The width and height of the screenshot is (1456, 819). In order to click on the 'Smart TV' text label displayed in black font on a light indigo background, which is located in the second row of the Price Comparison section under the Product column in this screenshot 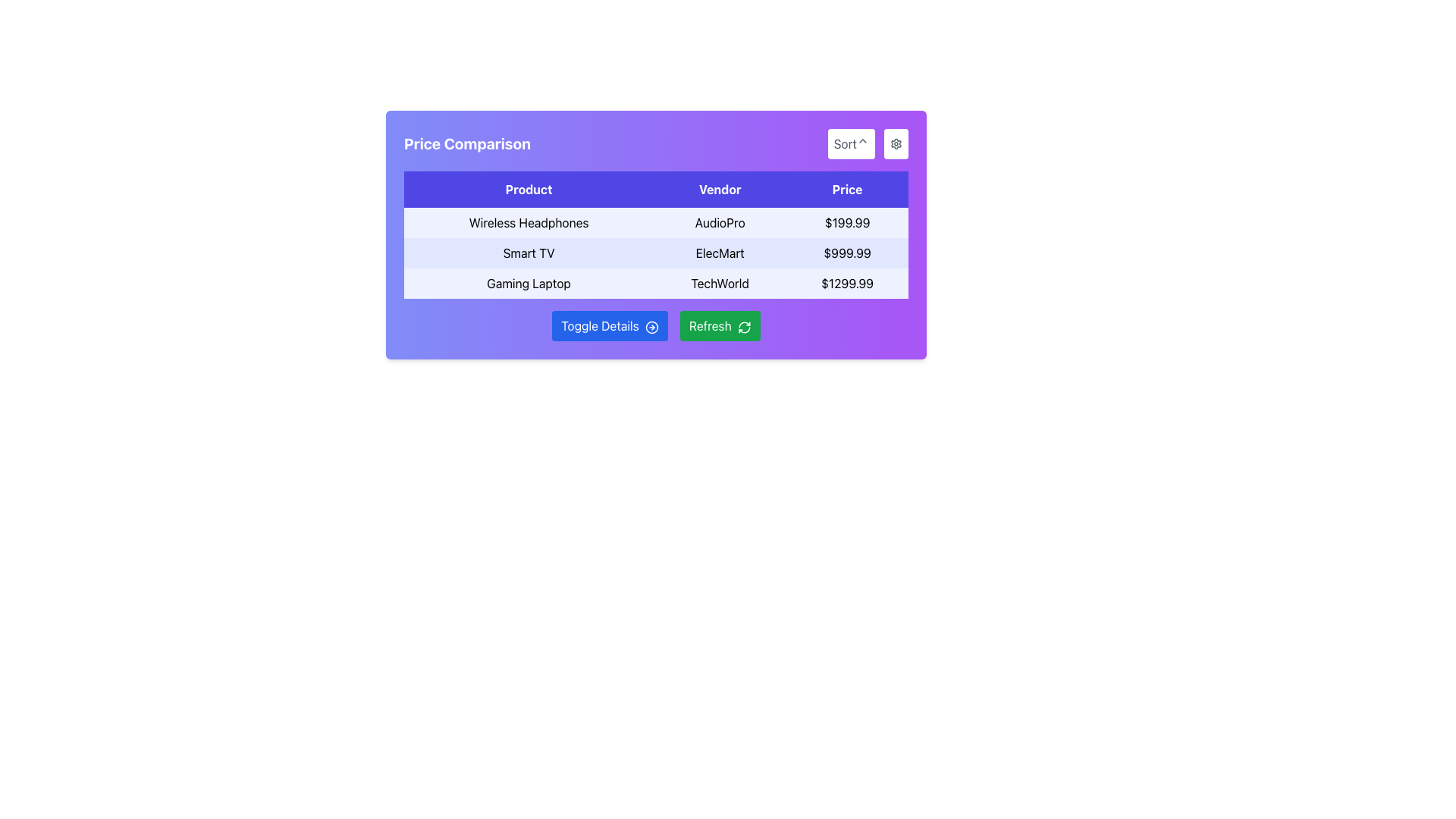, I will do `click(529, 253)`.